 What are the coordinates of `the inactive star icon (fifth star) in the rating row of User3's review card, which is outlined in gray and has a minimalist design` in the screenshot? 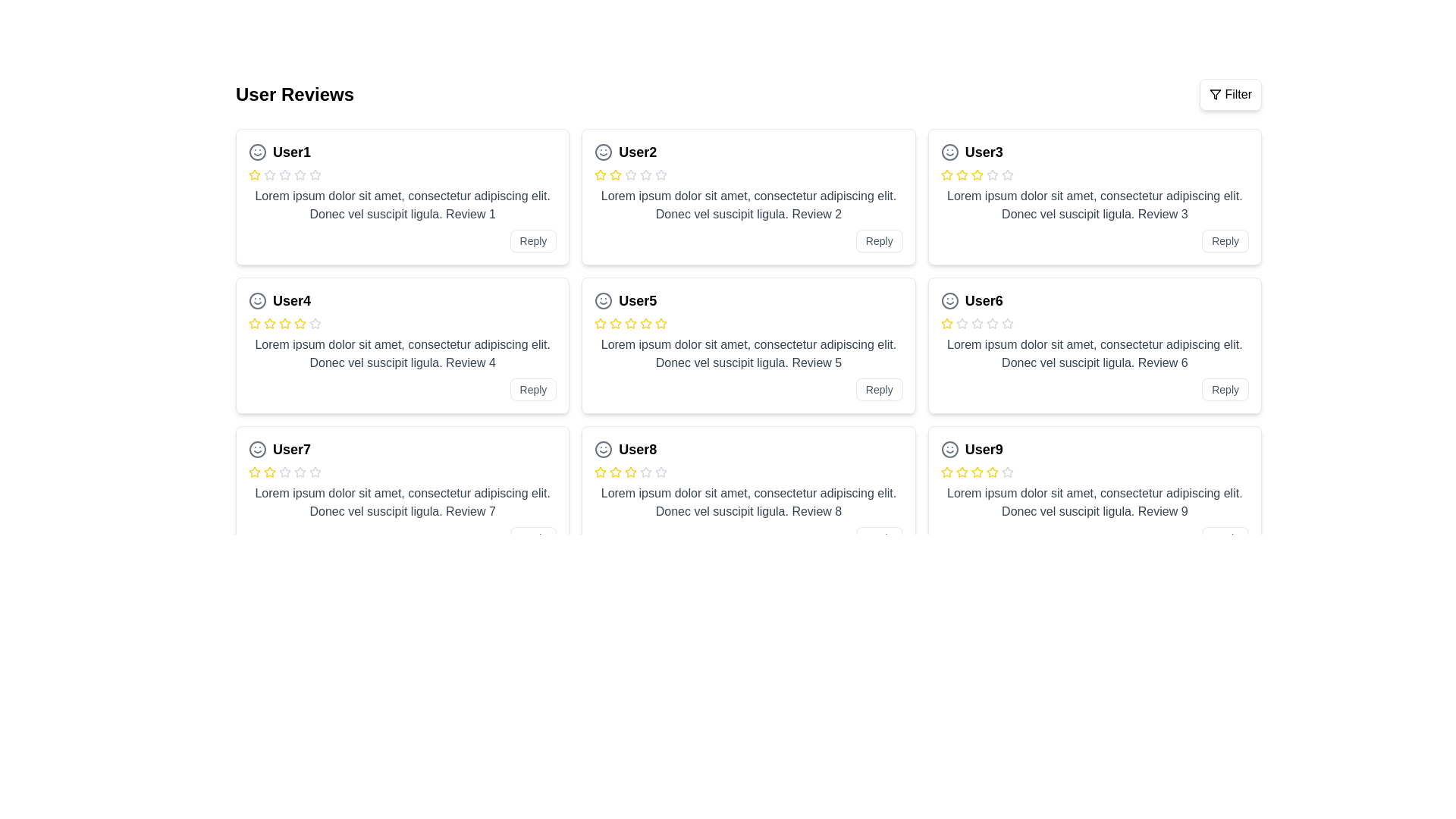 It's located at (992, 174).